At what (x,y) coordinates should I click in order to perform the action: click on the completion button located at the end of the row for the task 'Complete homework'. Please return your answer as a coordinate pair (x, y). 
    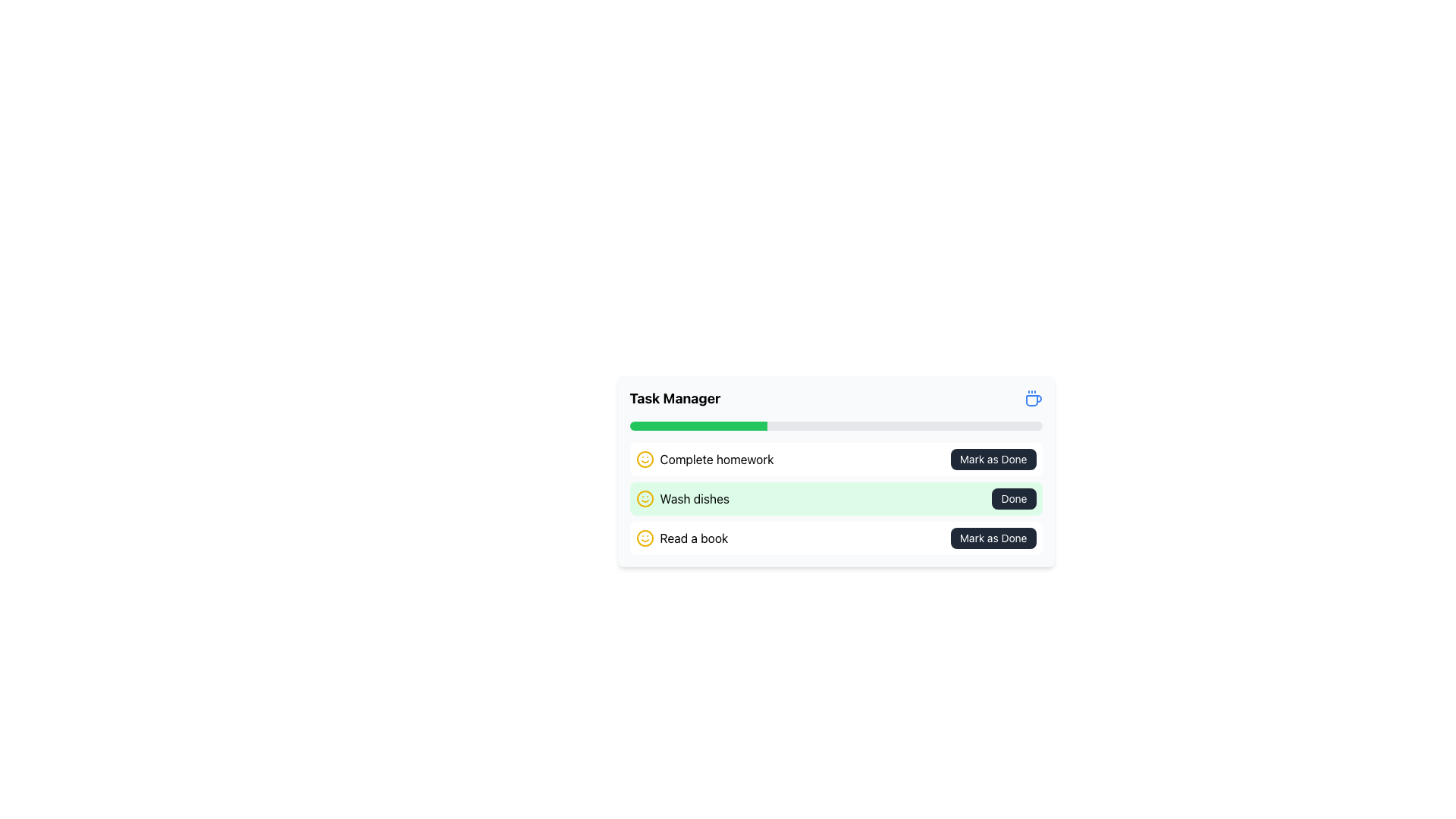
    Looking at the image, I should click on (993, 458).